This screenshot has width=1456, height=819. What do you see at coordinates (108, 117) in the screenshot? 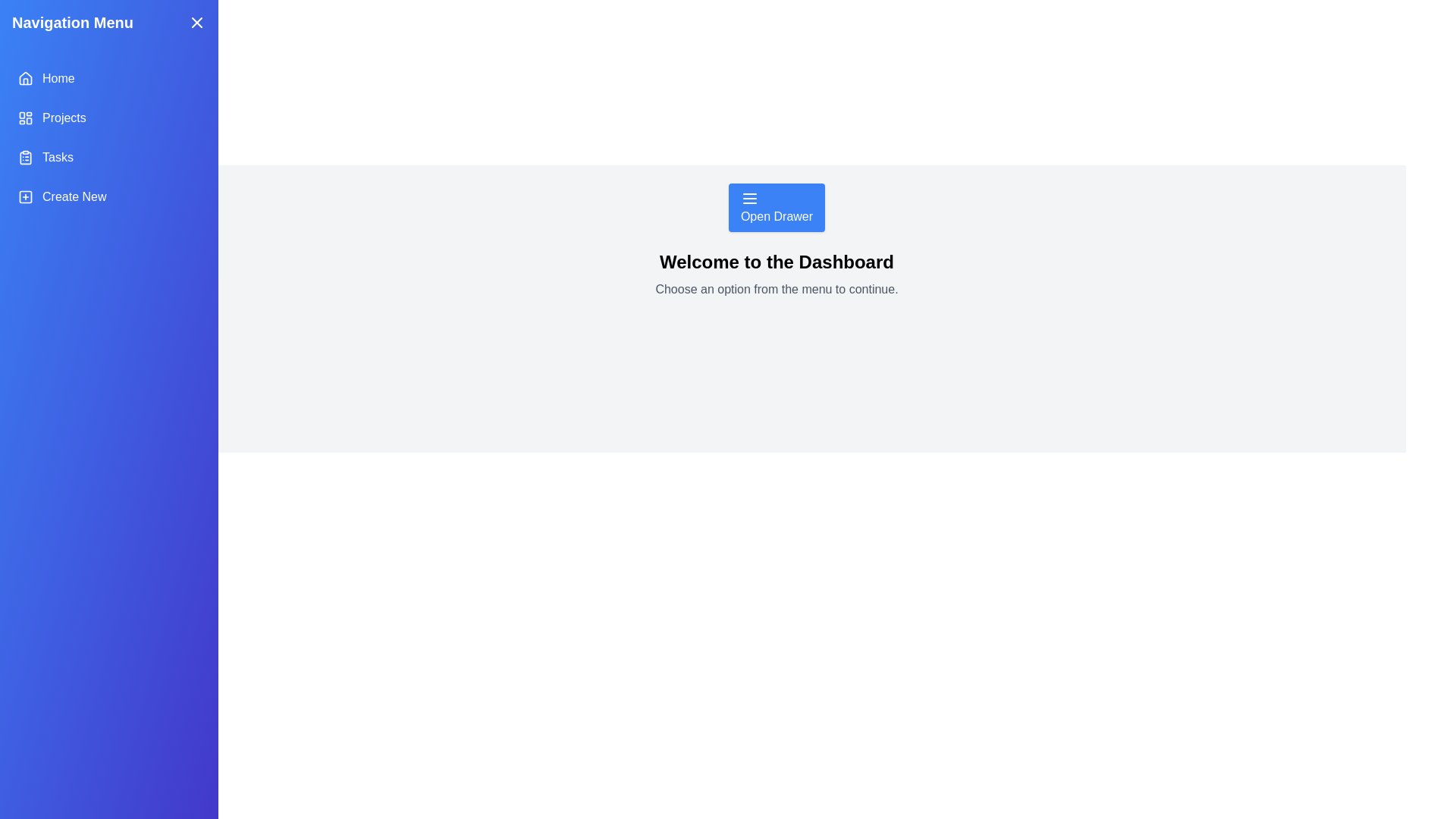
I see `the menu item Projects to select it` at bounding box center [108, 117].